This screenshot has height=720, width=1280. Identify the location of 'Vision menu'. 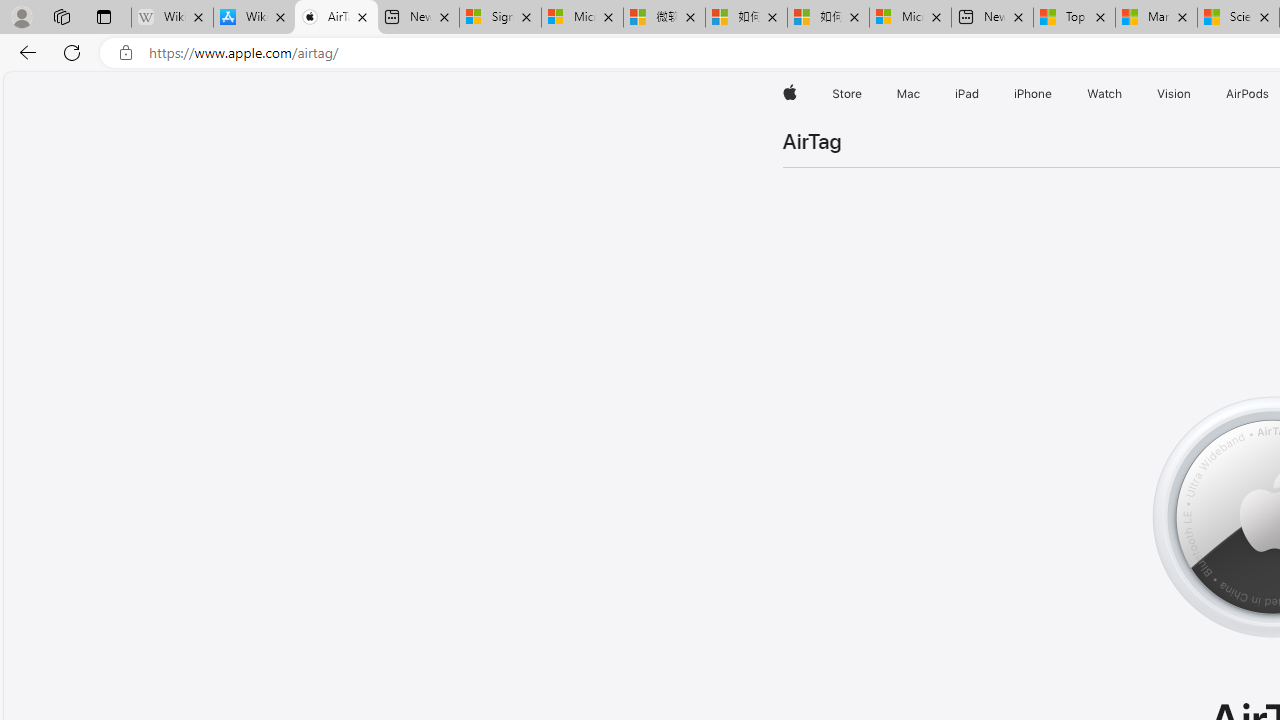
(1195, 93).